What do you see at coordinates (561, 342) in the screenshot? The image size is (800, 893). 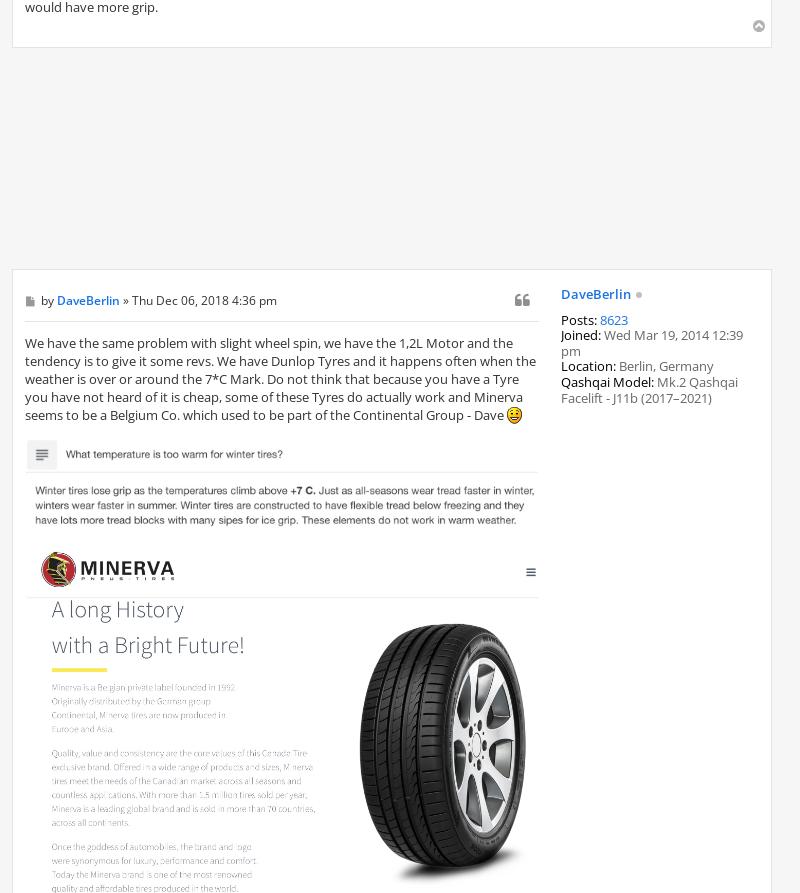 I see `'Wed Mar 19, 2014 12:39 pm'` at bounding box center [561, 342].